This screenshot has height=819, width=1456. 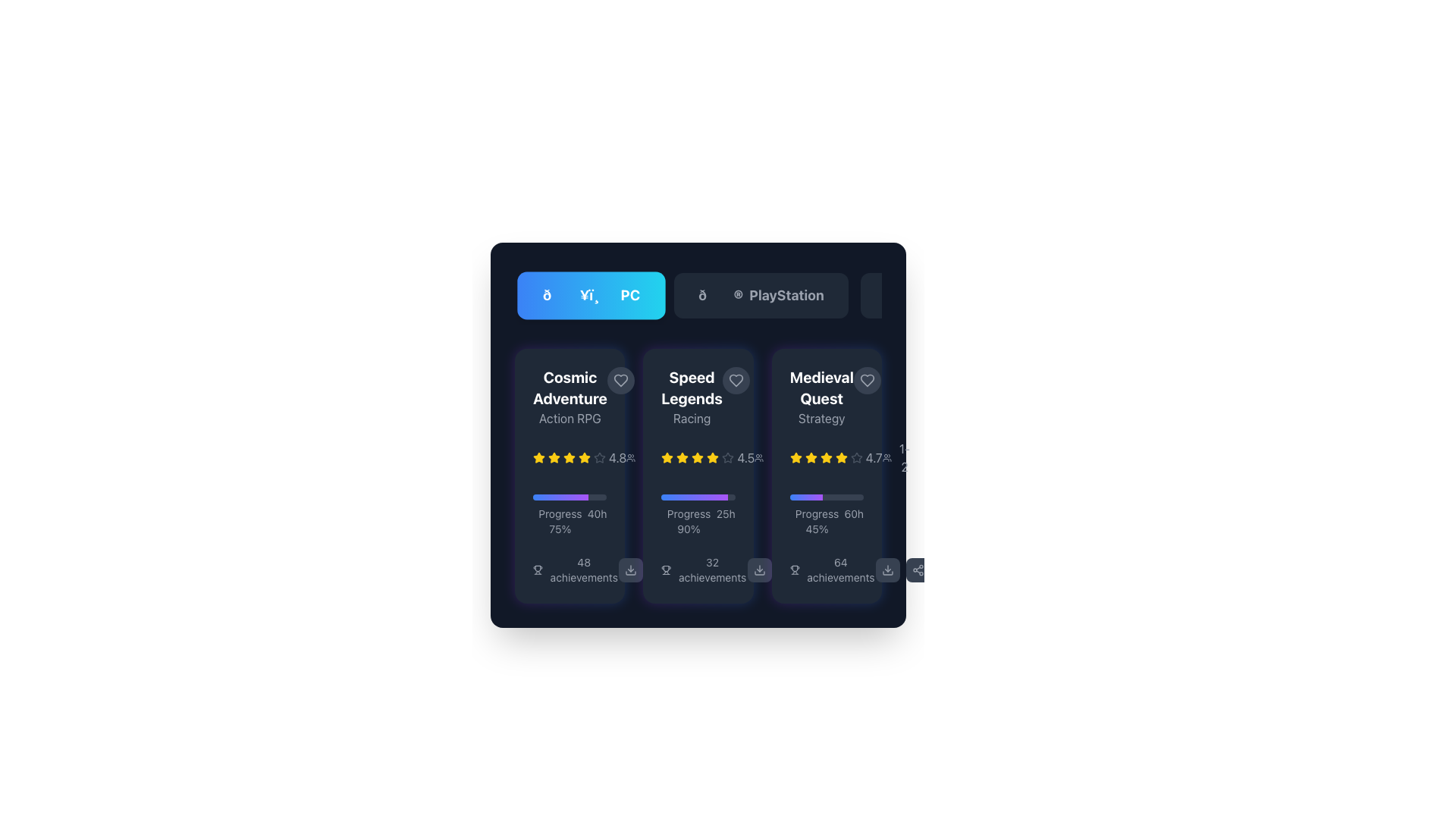 I want to click on the yellow rating star icon used for rating in the row of rating stars for the 'Speed Legends' game, so click(x=667, y=457).